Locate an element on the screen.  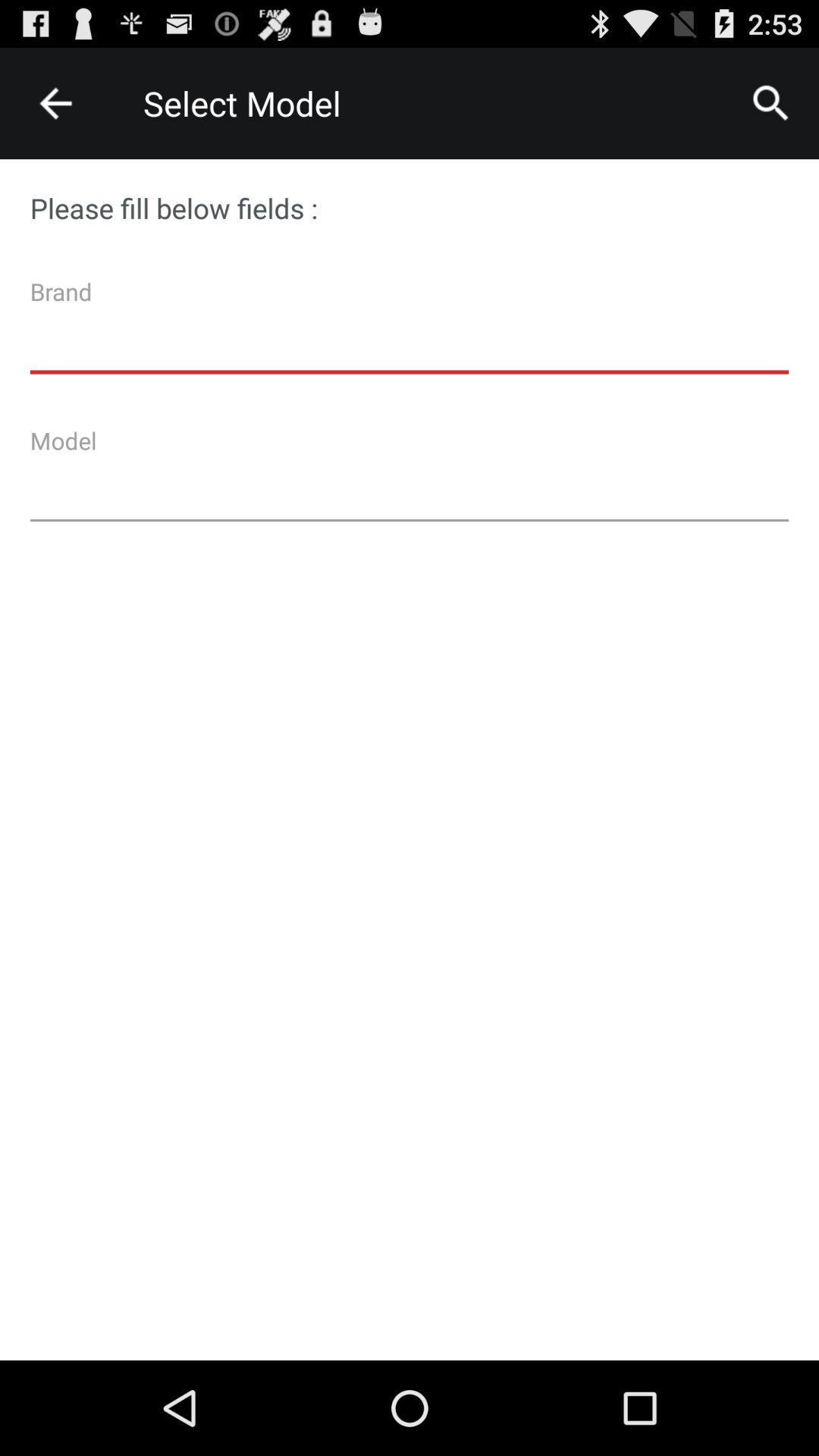
icon to the left of the select model icon is located at coordinates (55, 102).